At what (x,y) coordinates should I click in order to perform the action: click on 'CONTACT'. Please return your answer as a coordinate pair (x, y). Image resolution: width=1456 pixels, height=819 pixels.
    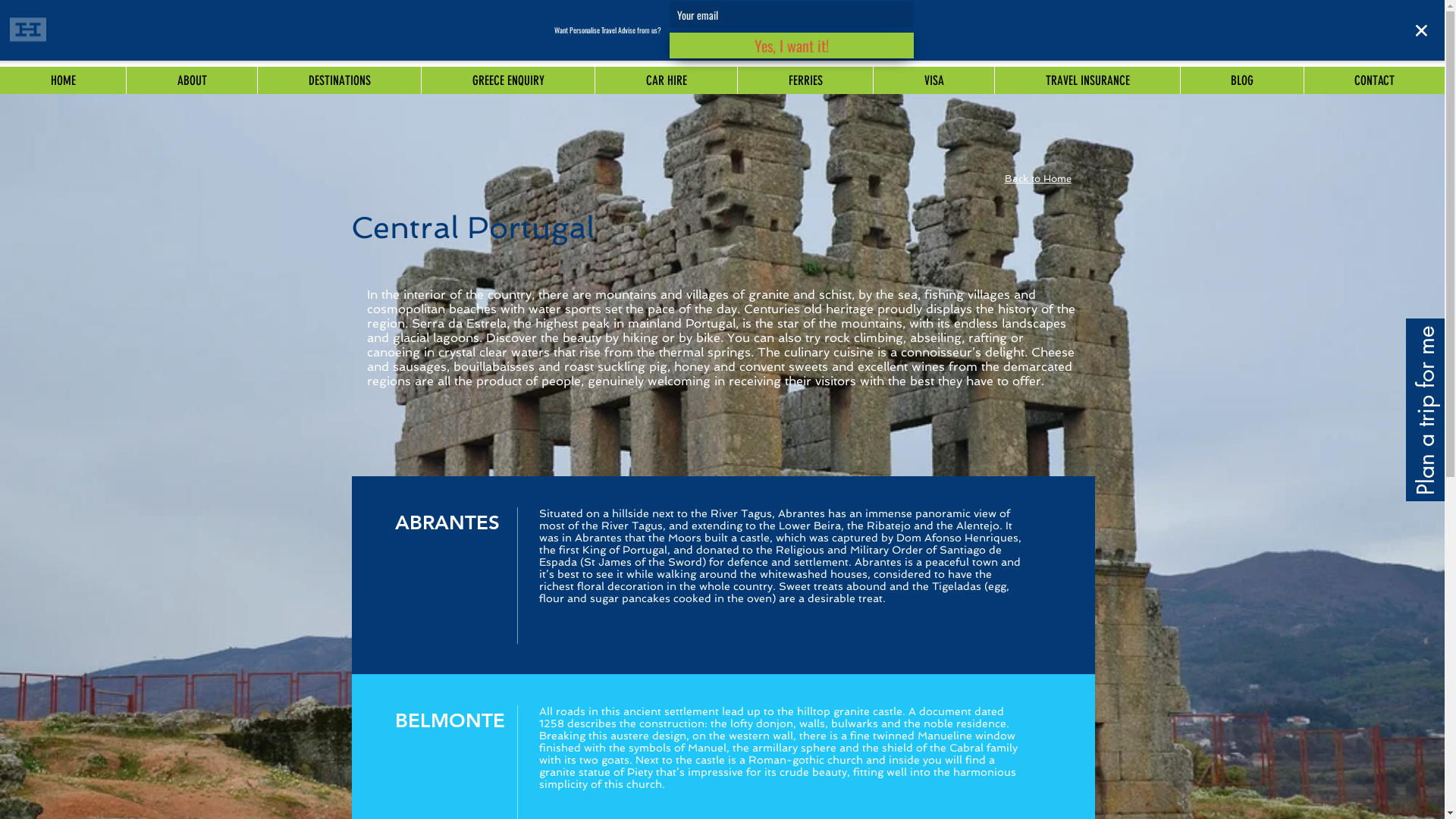
    Looking at the image, I should click on (1302, 80).